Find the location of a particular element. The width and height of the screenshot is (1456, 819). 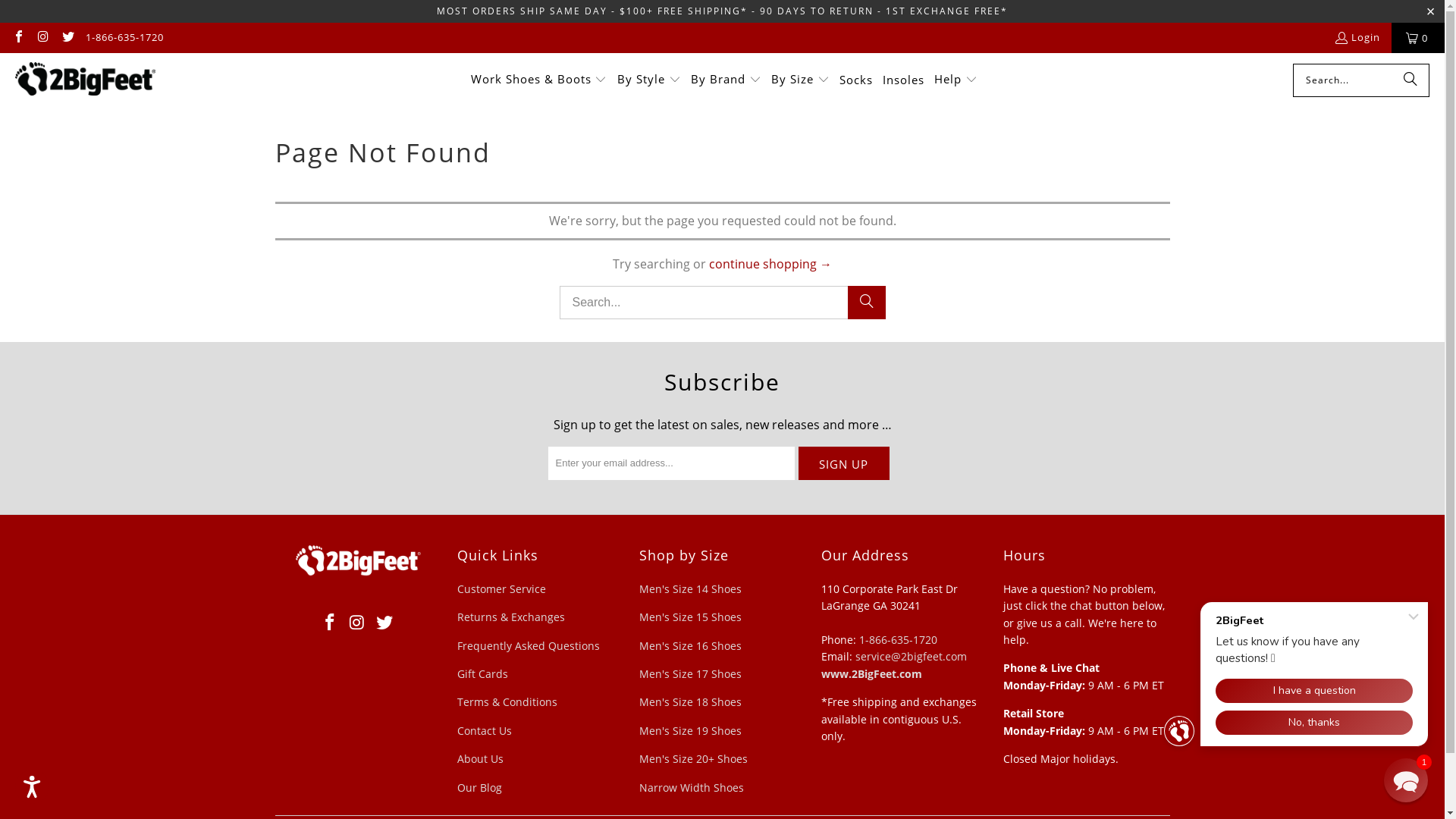

'Re:amaze Chat' is located at coordinates (1298, 670).